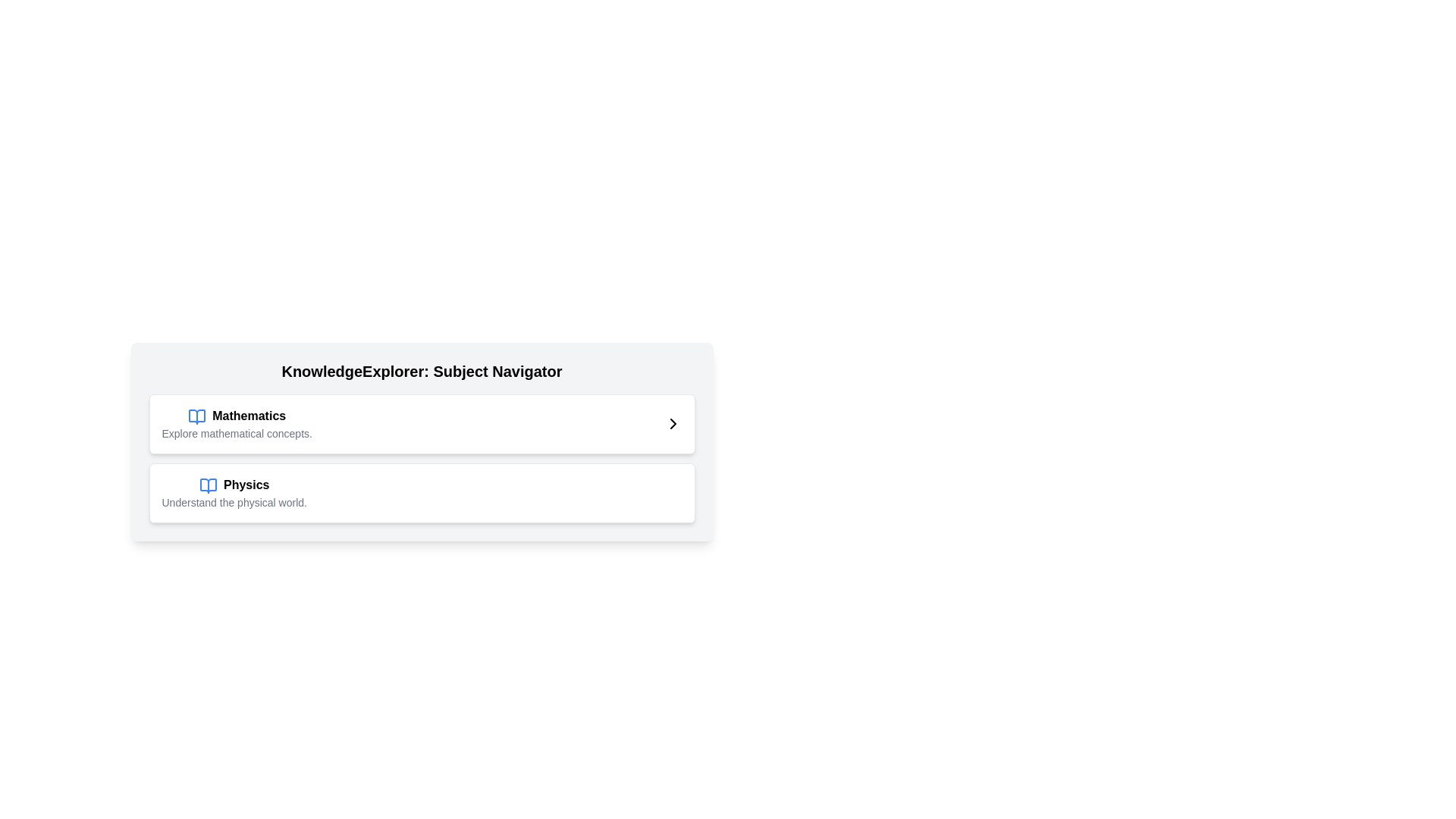  What do you see at coordinates (234, 502) in the screenshot?
I see `text content of the second line of text under the title 'Physics', which provides a brief description or context for the 'Physics' subject` at bounding box center [234, 502].